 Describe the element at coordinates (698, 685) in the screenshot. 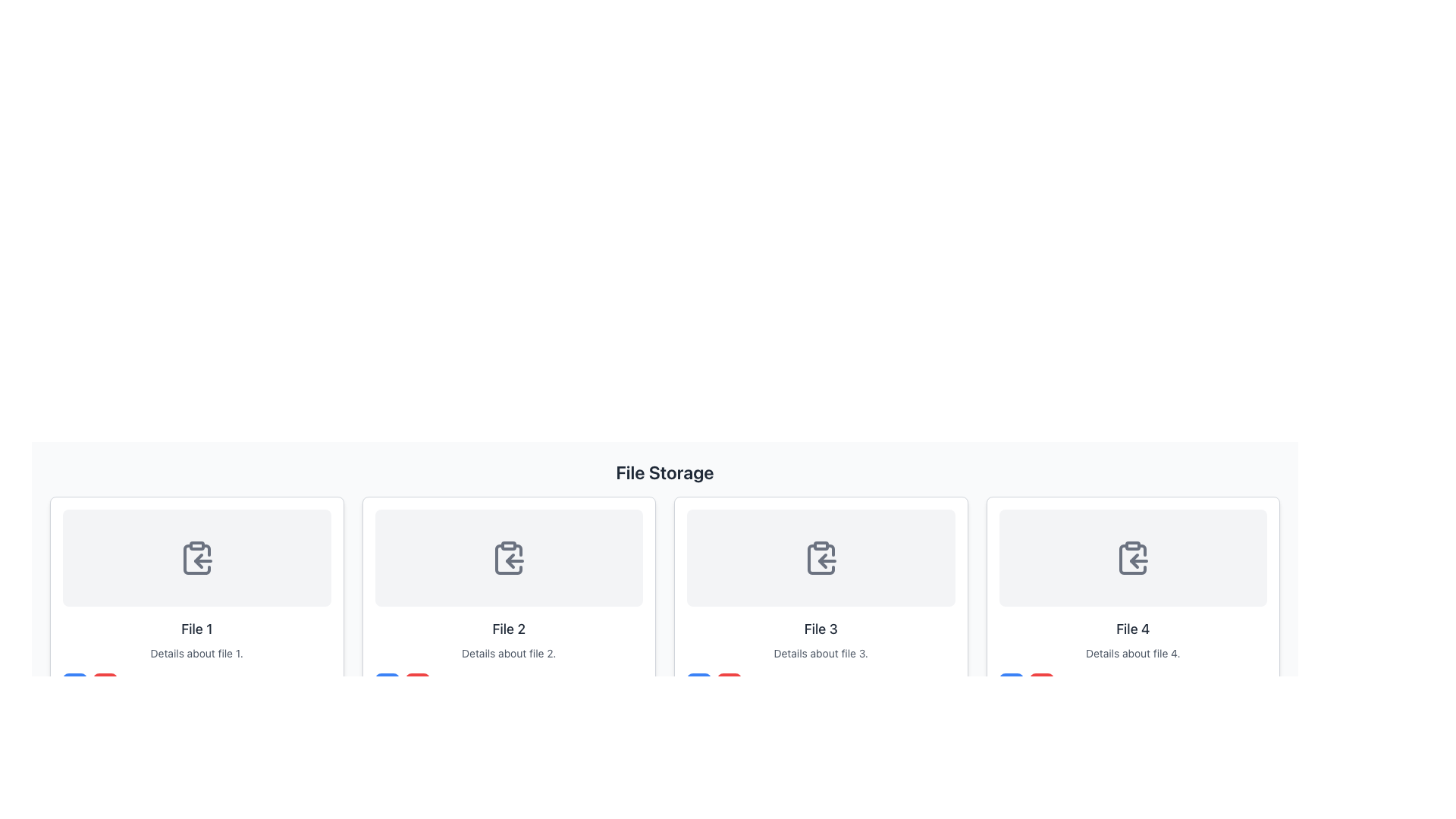

I see `the first button located beneath the card labeled 'File 3' in the file display grid` at that location.